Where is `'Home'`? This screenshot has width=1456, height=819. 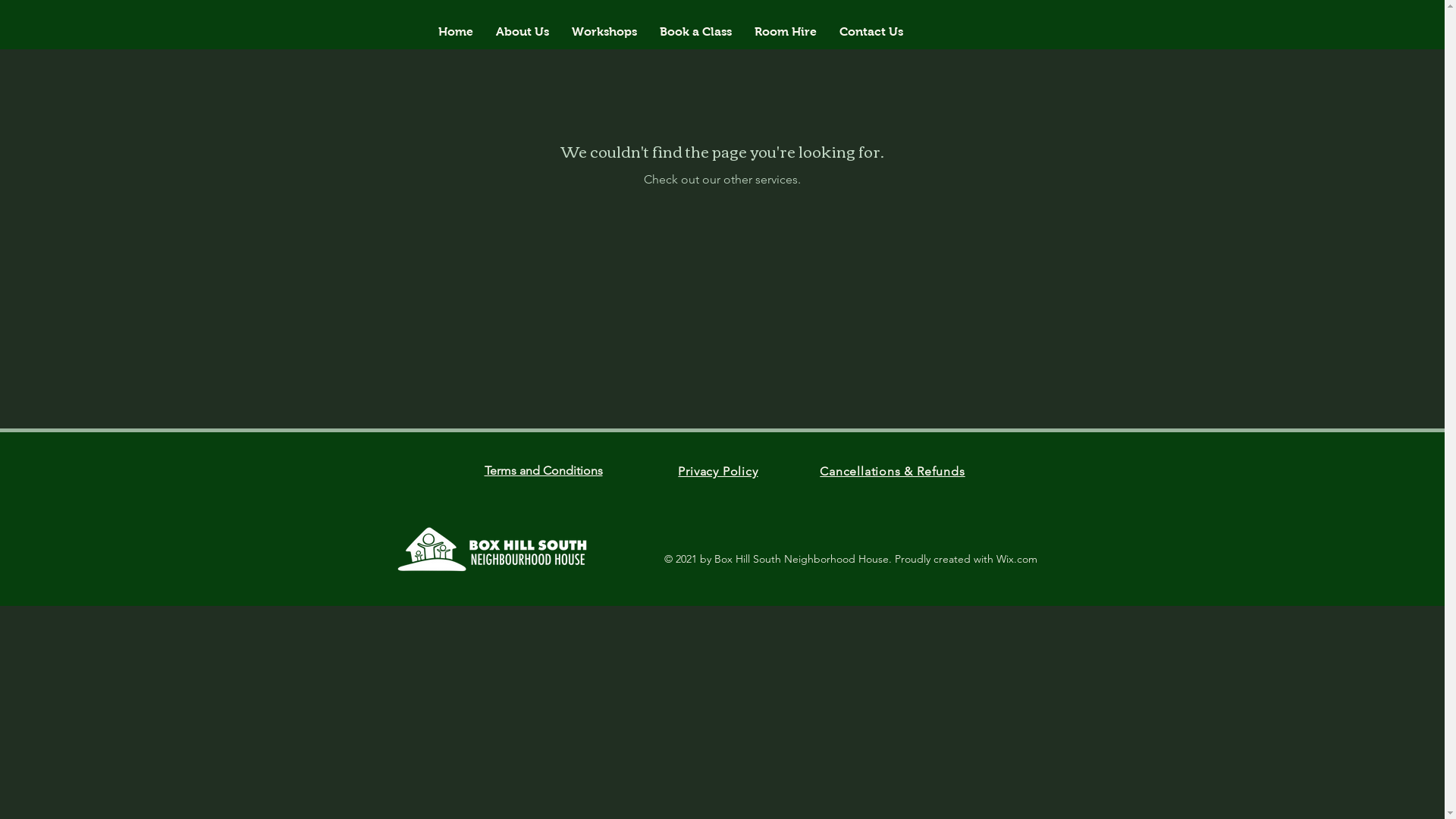
'Home' is located at coordinates (454, 32).